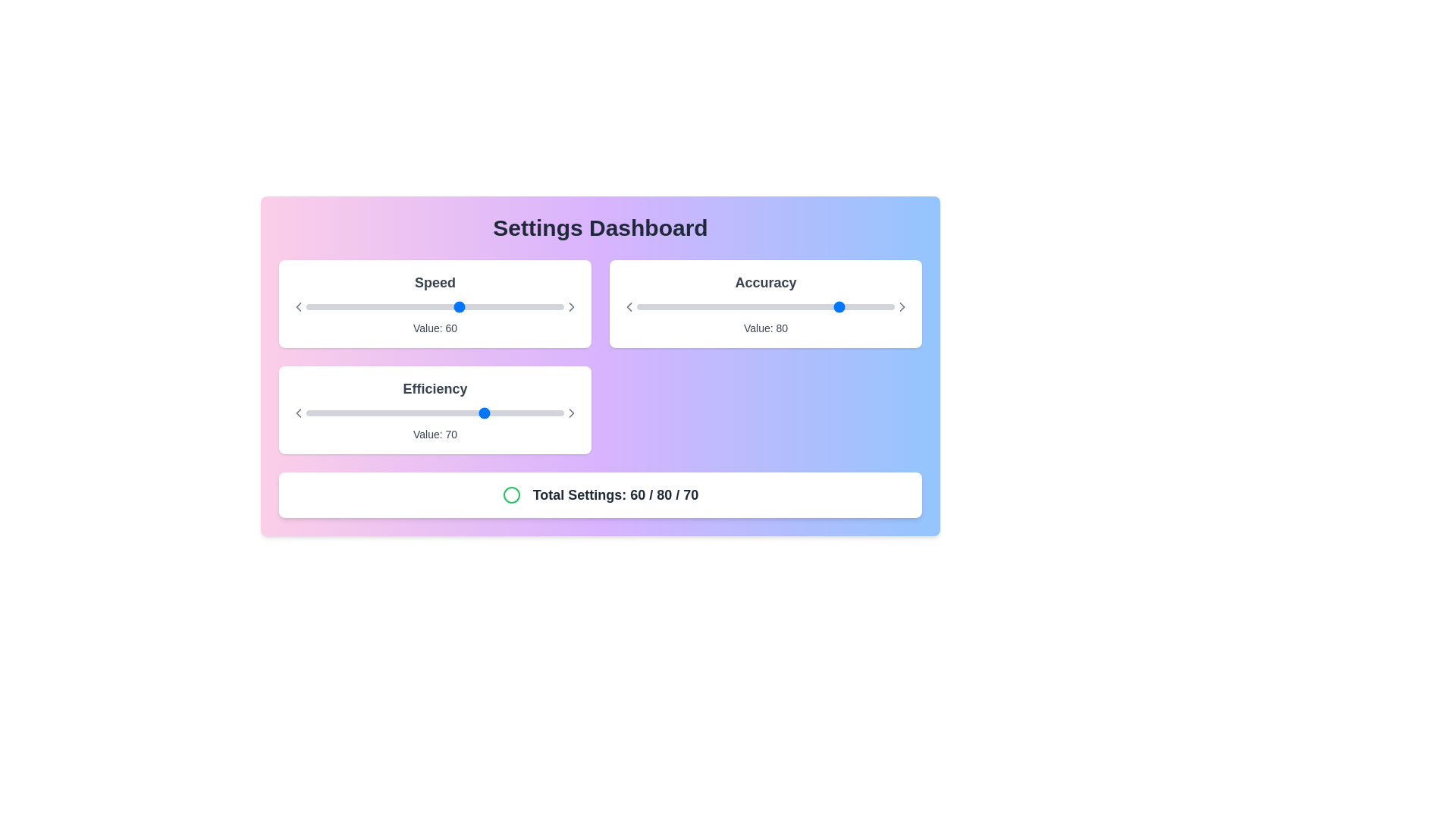  I want to click on accuracy slider, so click(886, 307).